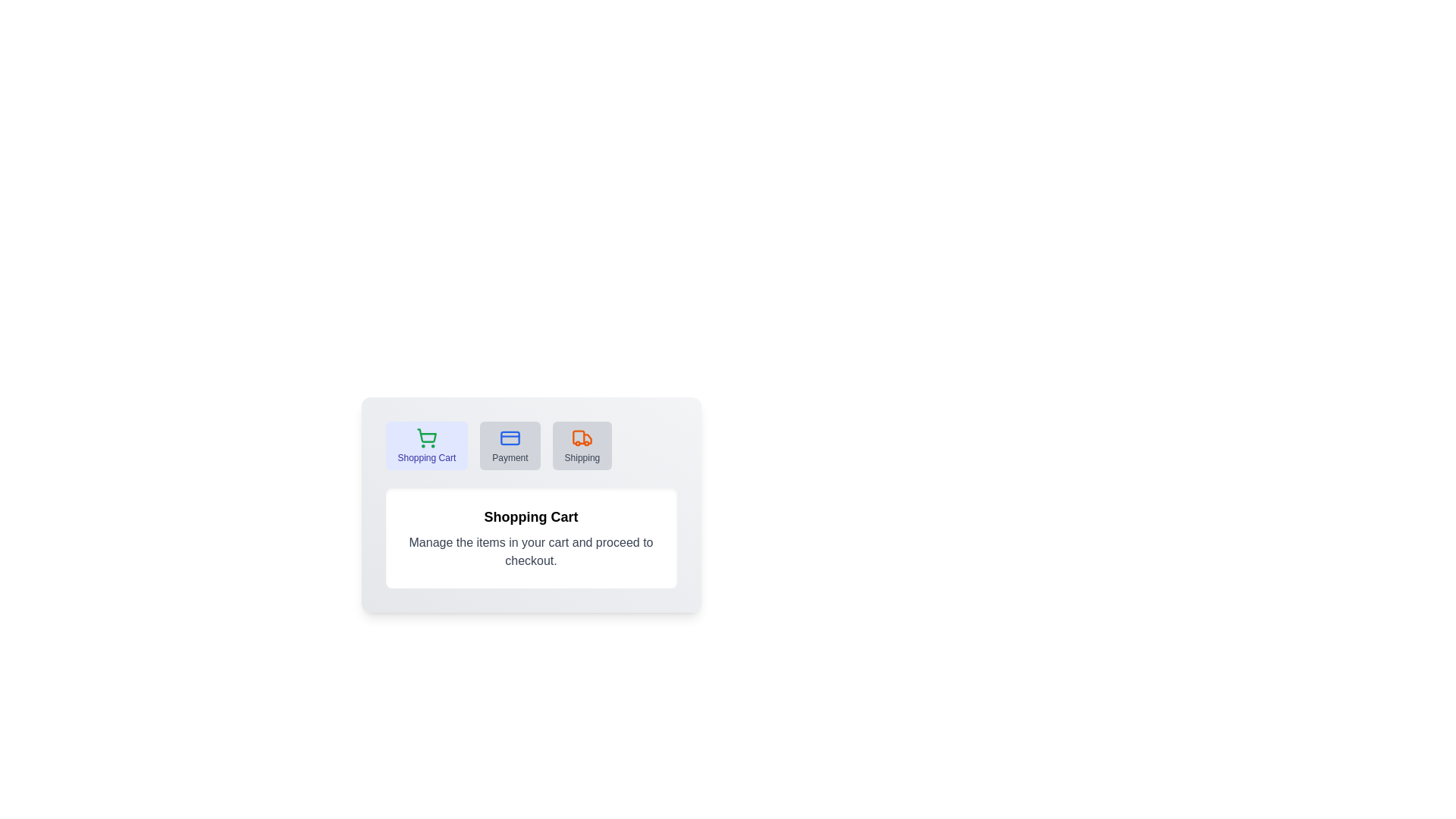 The image size is (1456, 819). I want to click on the tab labeled Shopping Cart to switch to it, so click(425, 444).